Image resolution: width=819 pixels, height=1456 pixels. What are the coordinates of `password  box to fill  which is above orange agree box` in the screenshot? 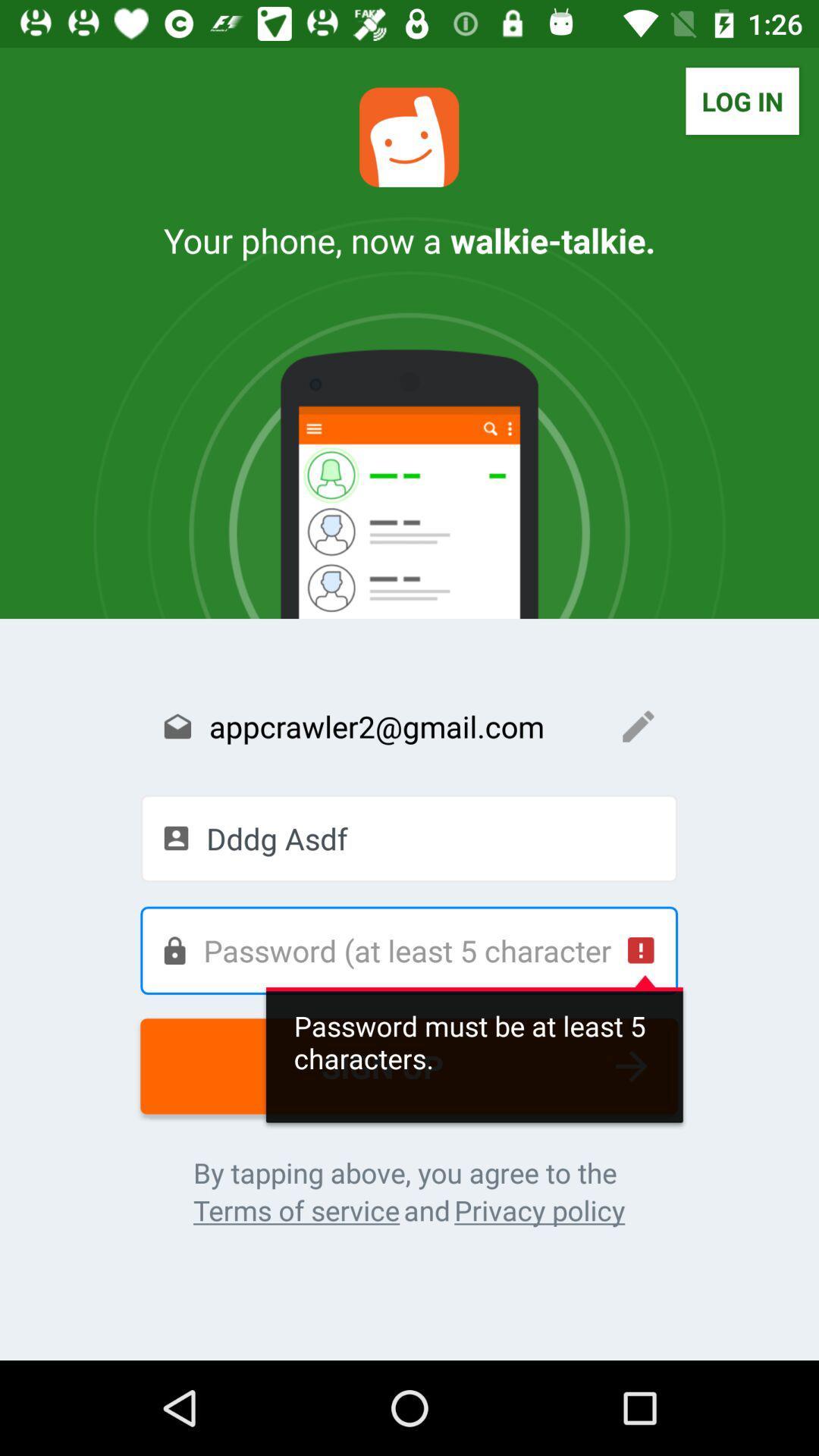 It's located at (408, 949).